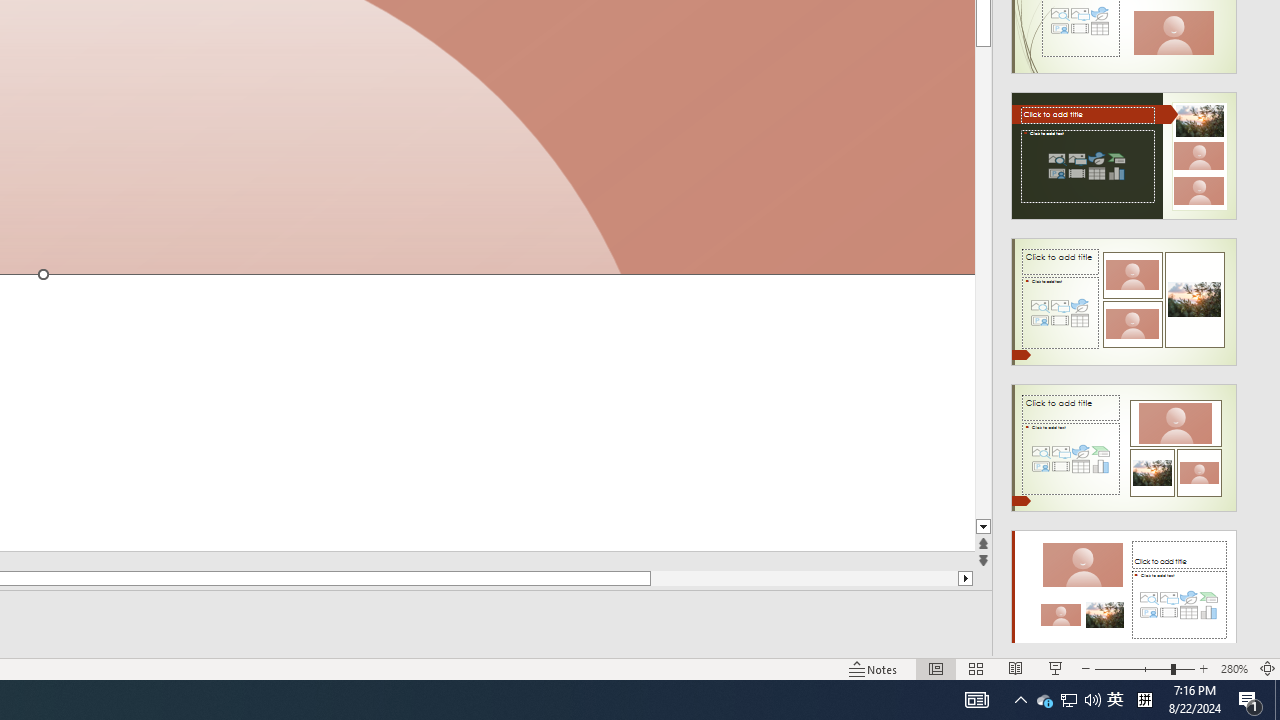 Image resolution: width=1280 pixels, height=720 pixels. I want to click on 'Zoom 280%', so click(1233, 669).